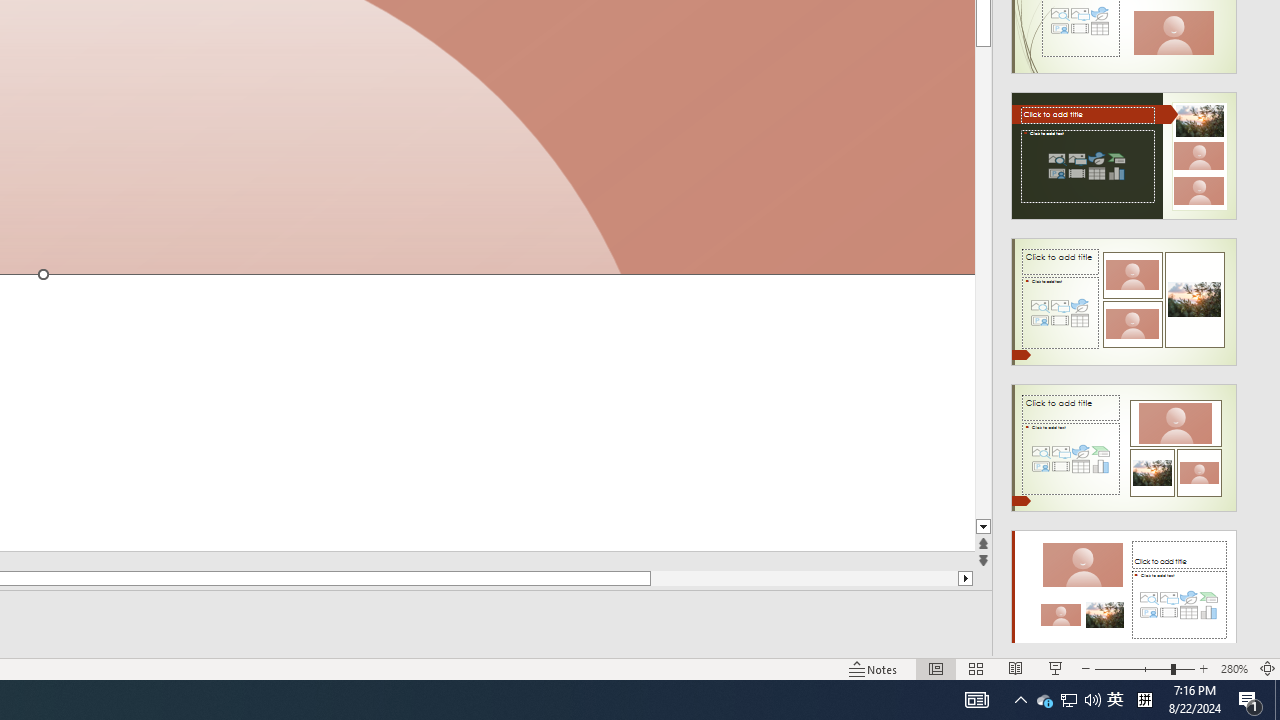 Image resolution: width=1280 pixels, height=720 pixels. I want to click on 'Zoom 280%', so click(1233, 669).